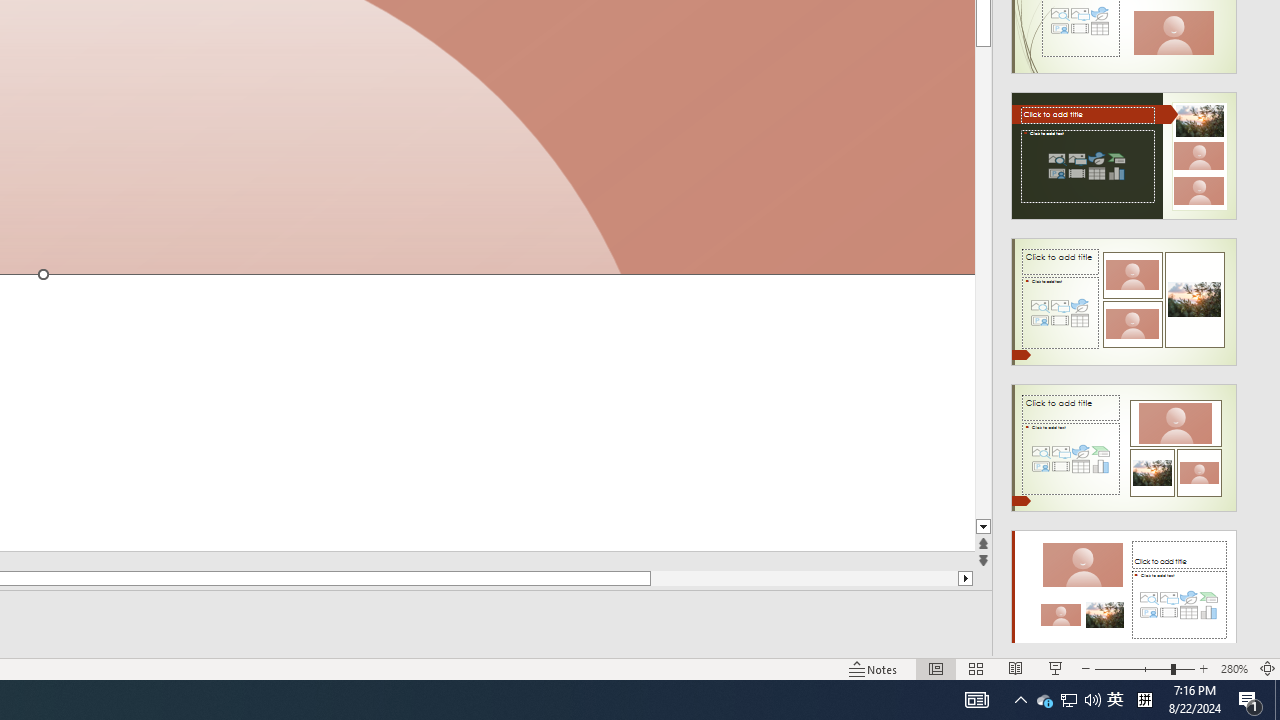 Image resolution: width=1280 pixels, height=720 pixels. I want to click on 'Zoom 280%', so click(1233, 669).